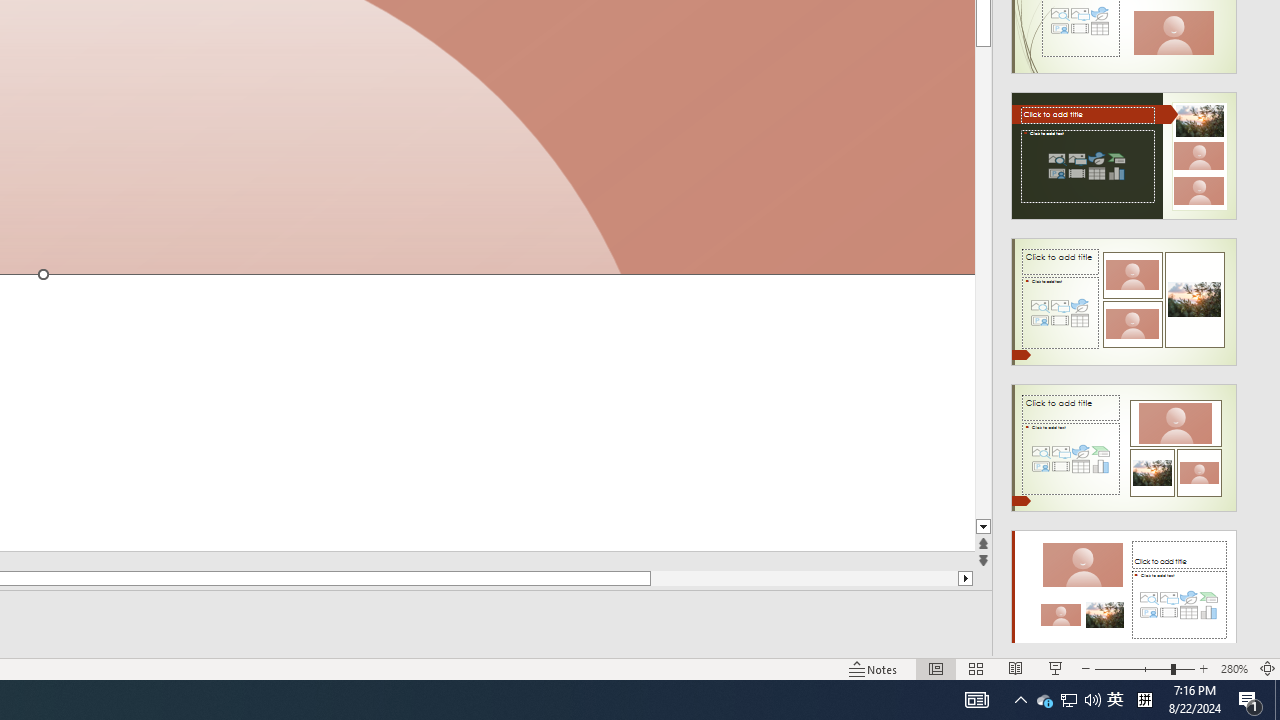 Image resolution: width=1280 pixels, height=720 pixels. I want to click on 'Zoom 280%', so click(1233, 669).